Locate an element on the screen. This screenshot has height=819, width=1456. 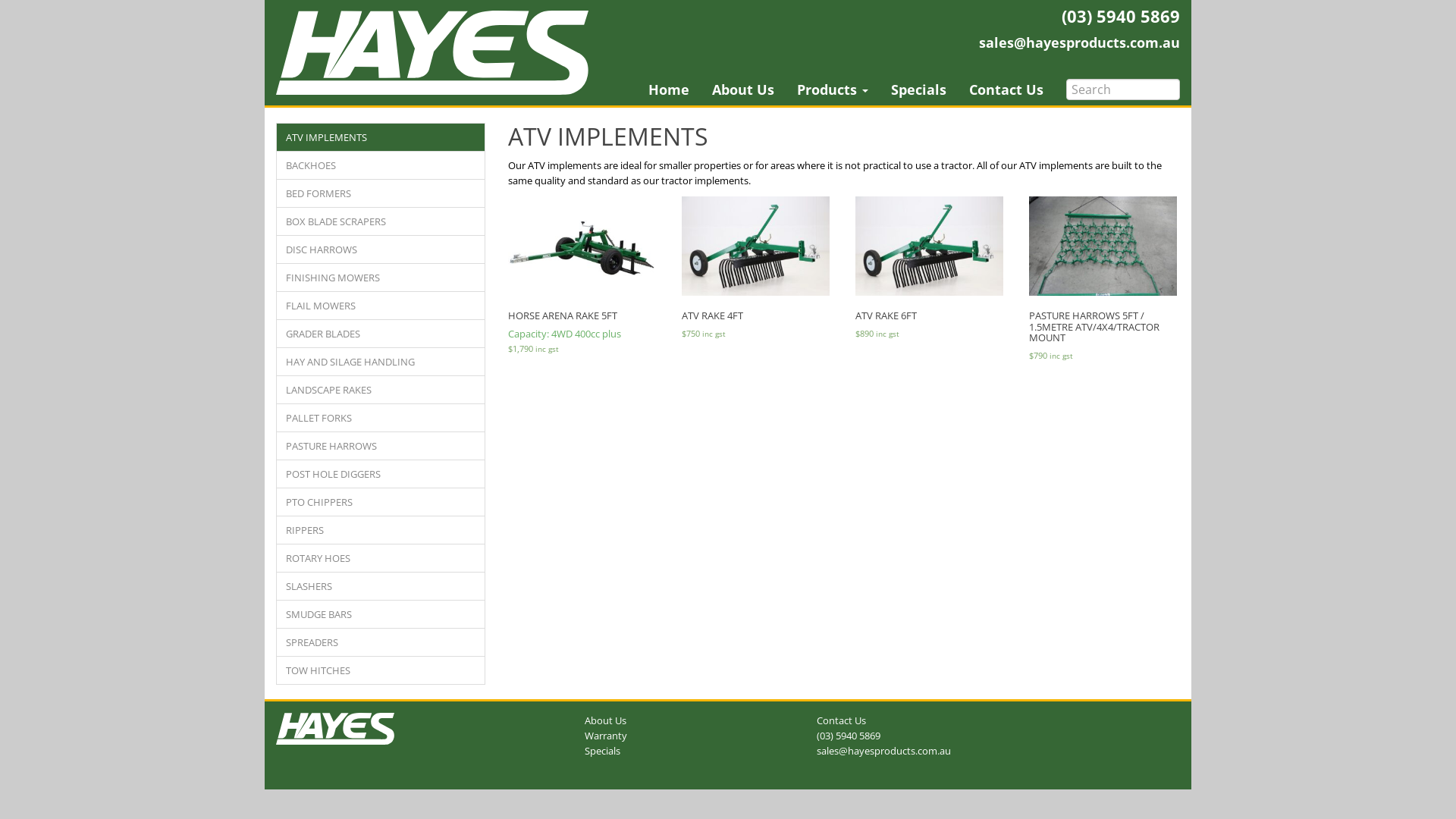
'POST HOLE DIGGERS' is located at coordinates (276, 472).